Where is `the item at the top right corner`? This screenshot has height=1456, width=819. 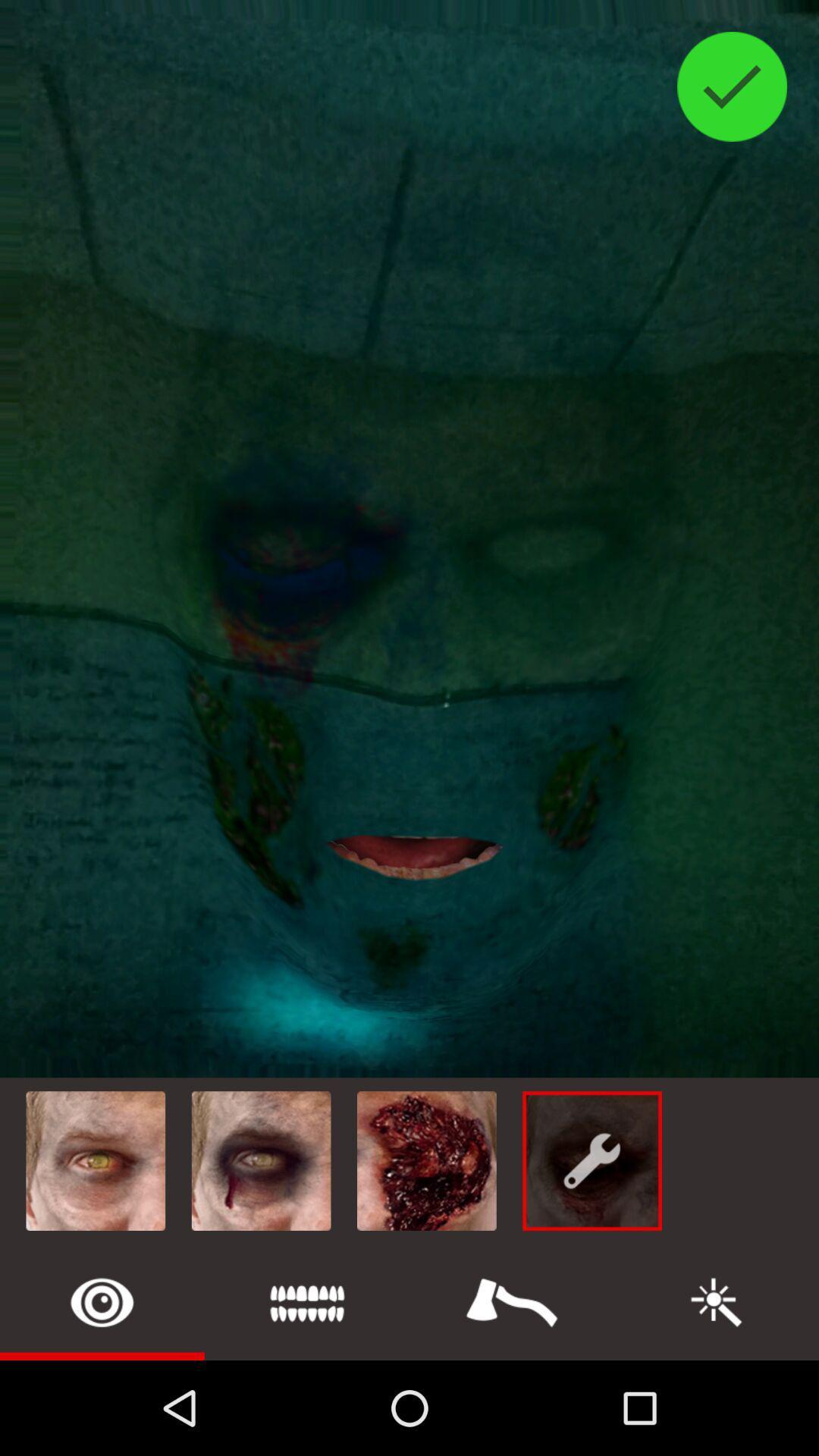 the item at the top right corner is located at coordinates (731, 86).